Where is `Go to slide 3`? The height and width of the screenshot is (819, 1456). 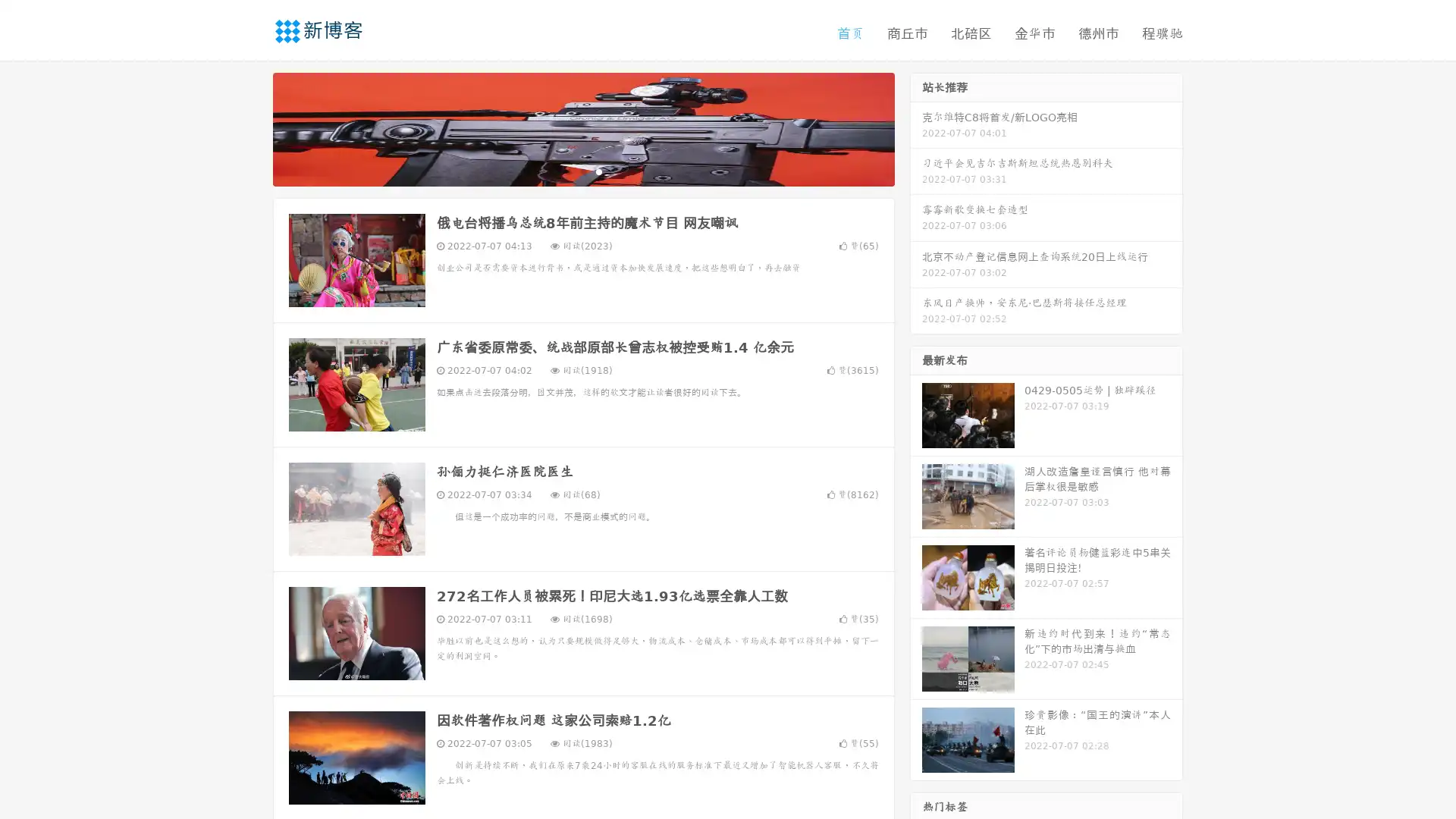
Go to slide 3 is located at coordinates (598, 171).